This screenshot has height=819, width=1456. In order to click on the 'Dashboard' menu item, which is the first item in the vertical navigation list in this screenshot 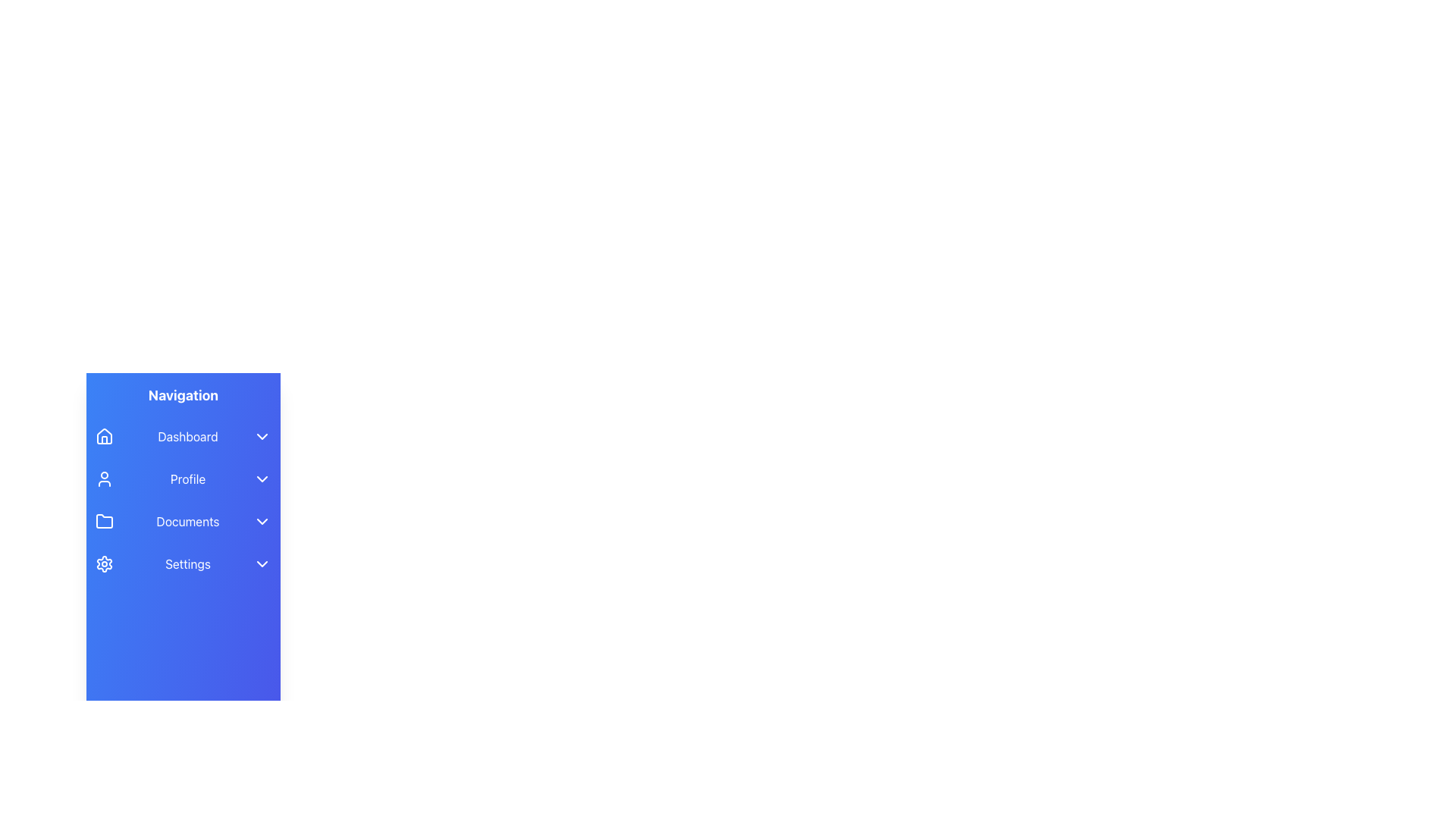, I will do `click(182, 436)`.